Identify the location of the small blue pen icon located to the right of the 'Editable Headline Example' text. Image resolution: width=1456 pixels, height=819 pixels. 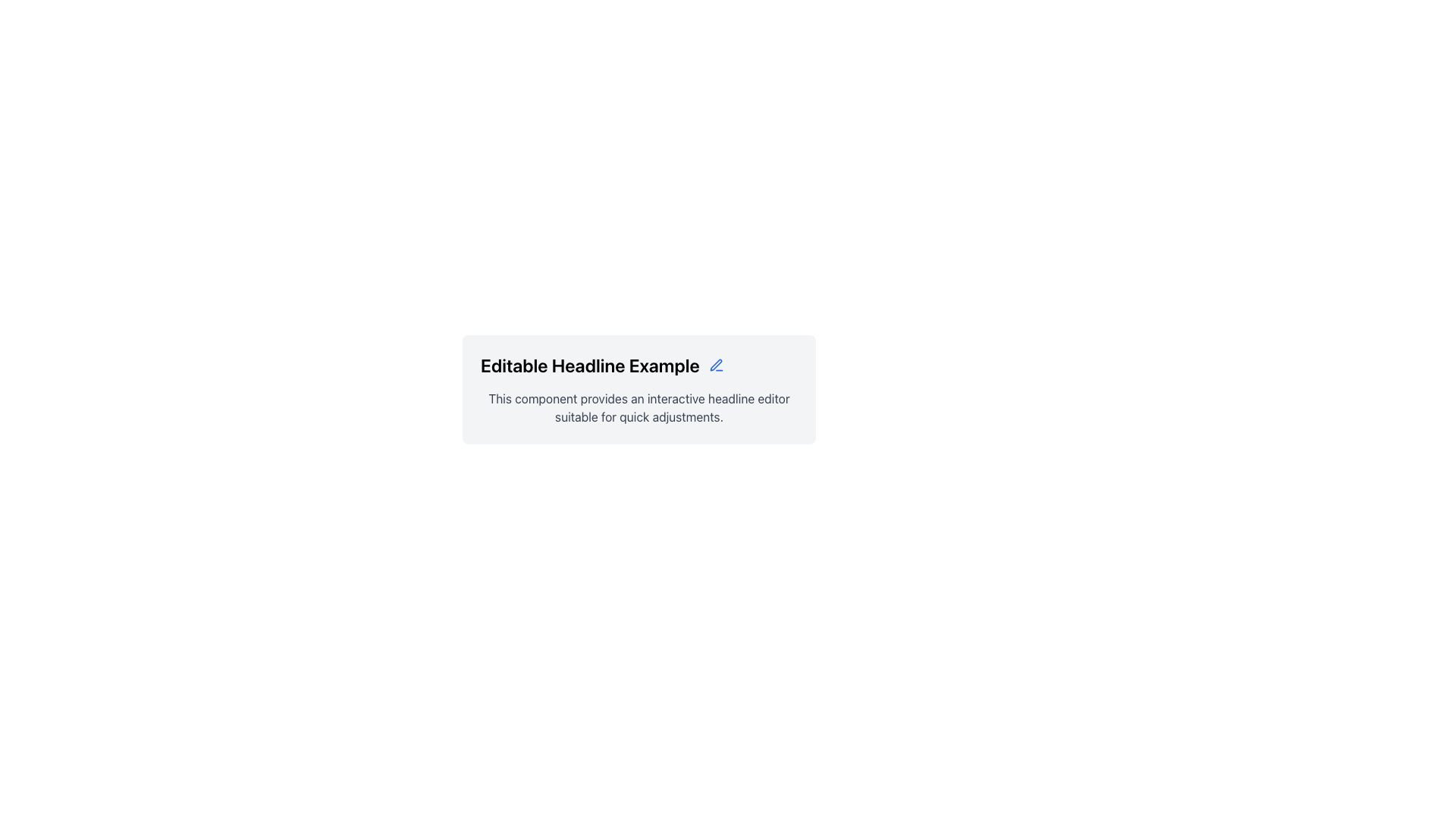
(715, 366).